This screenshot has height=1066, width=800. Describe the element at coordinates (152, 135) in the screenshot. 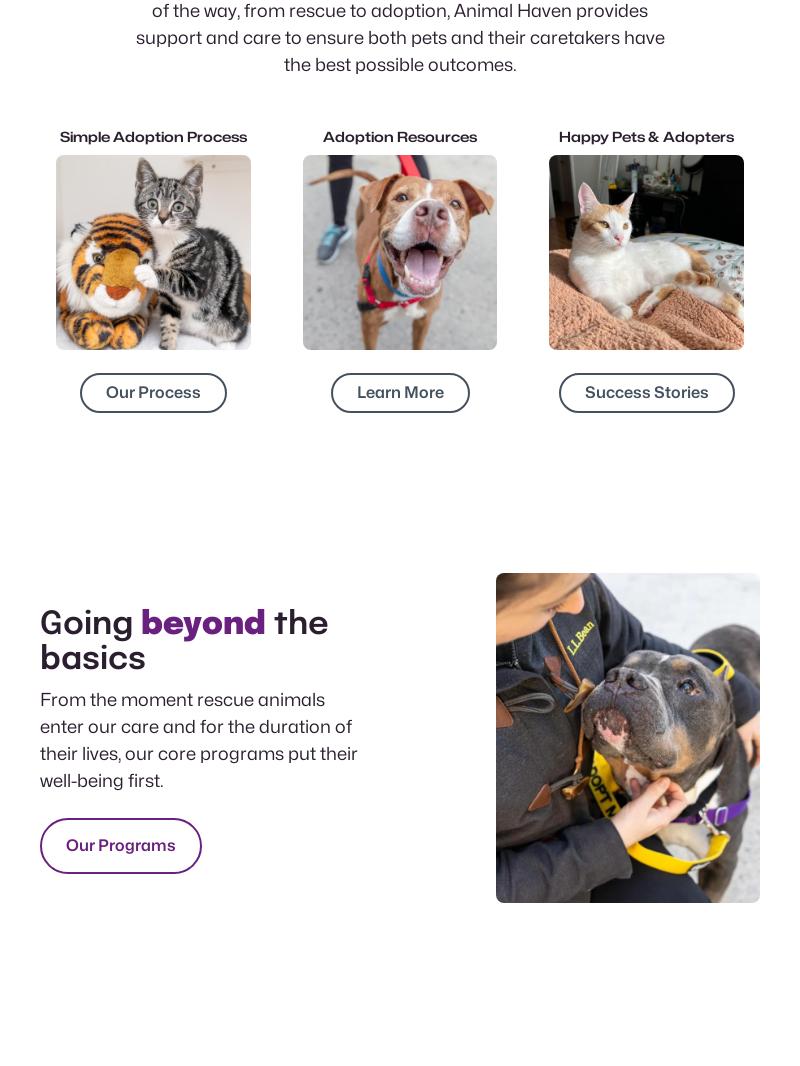

I see `'Simple Adoption Process'` at that location.